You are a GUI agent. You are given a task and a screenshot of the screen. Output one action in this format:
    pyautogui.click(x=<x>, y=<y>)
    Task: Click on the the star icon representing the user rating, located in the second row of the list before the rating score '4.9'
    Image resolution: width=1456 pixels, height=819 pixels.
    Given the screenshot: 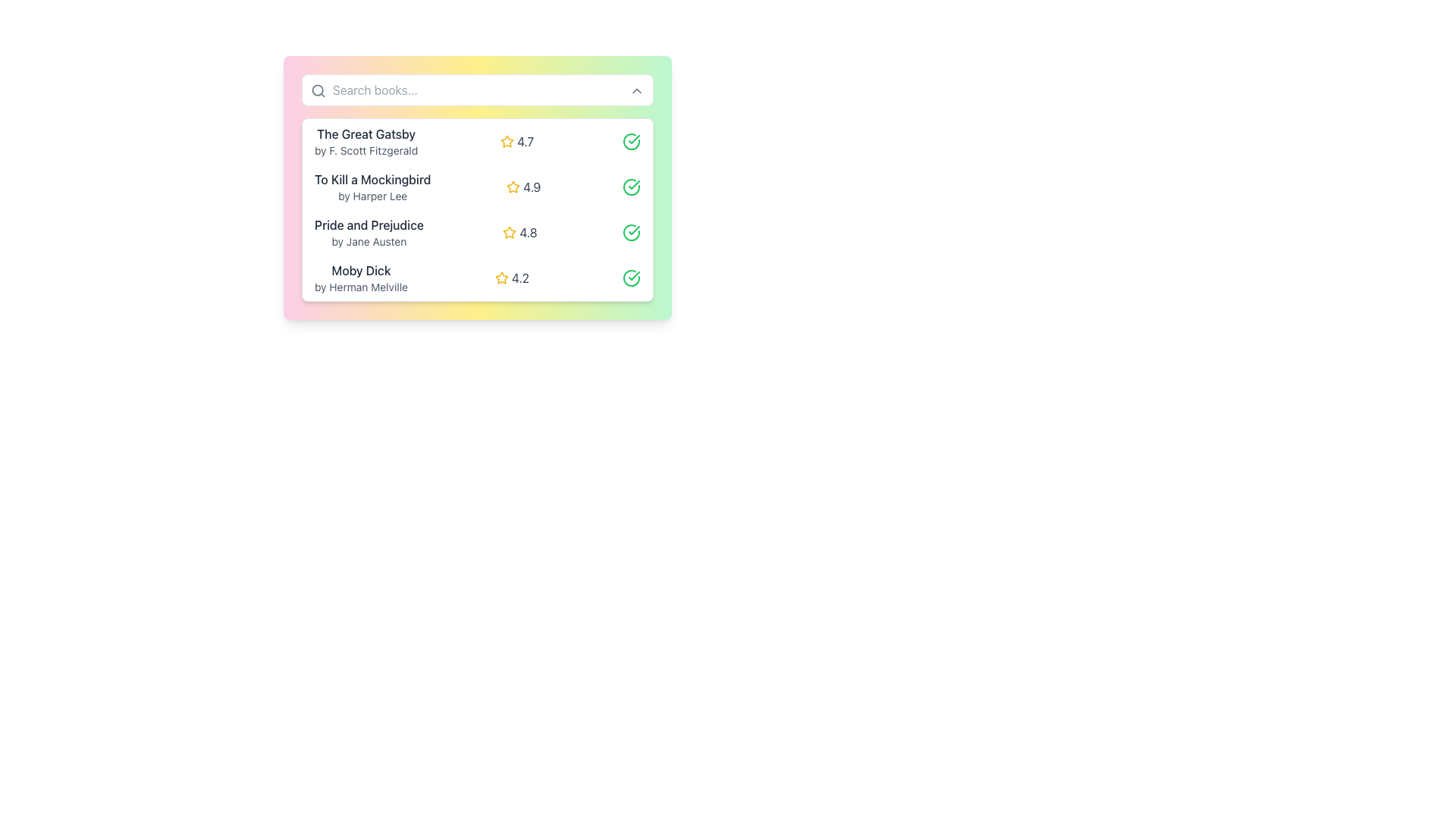 What is the action you would take?
    pyautogui.click(x=513, y=186)
    